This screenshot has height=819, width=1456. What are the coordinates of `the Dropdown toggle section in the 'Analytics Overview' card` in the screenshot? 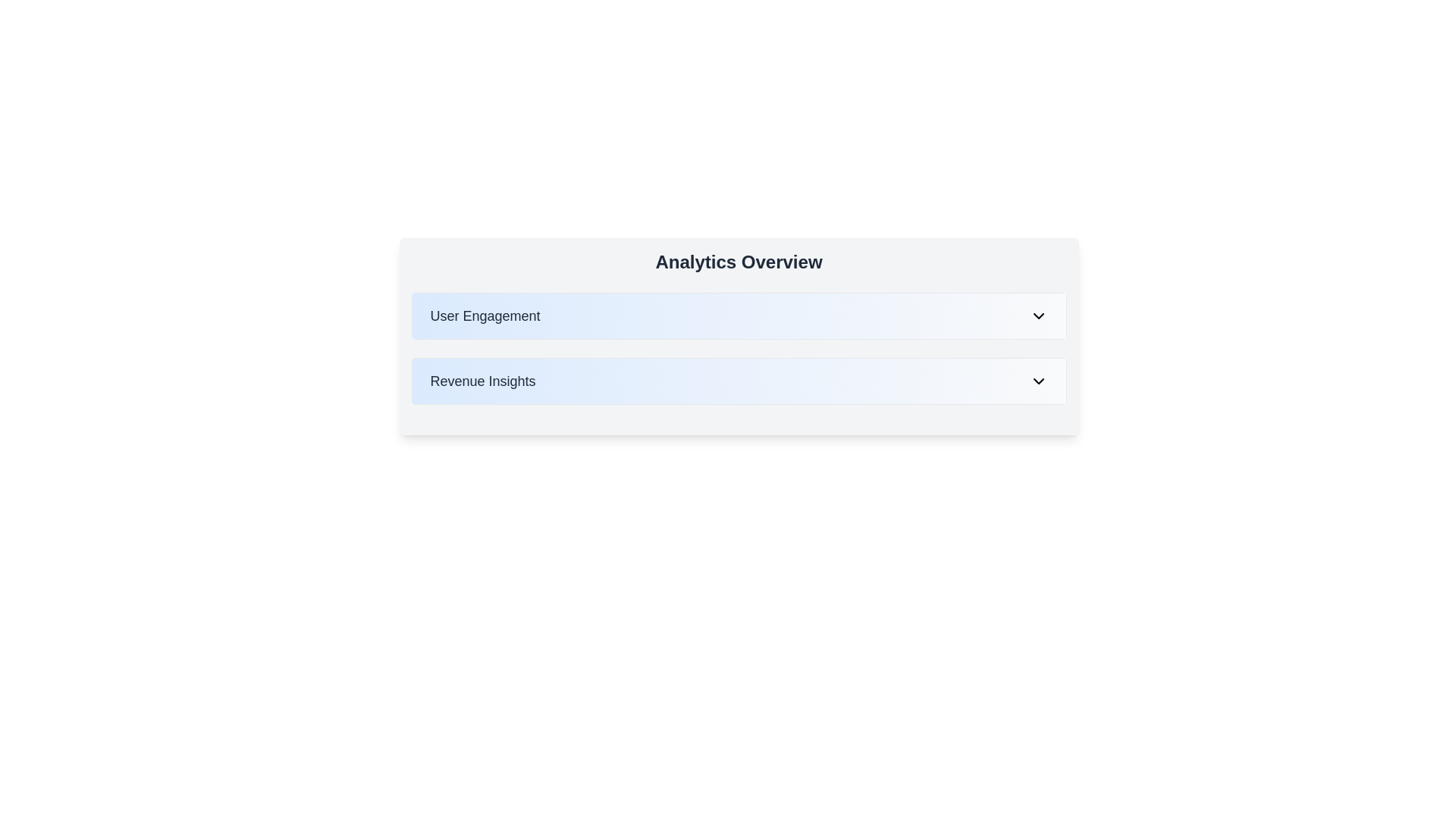 It's located at (739, 315).